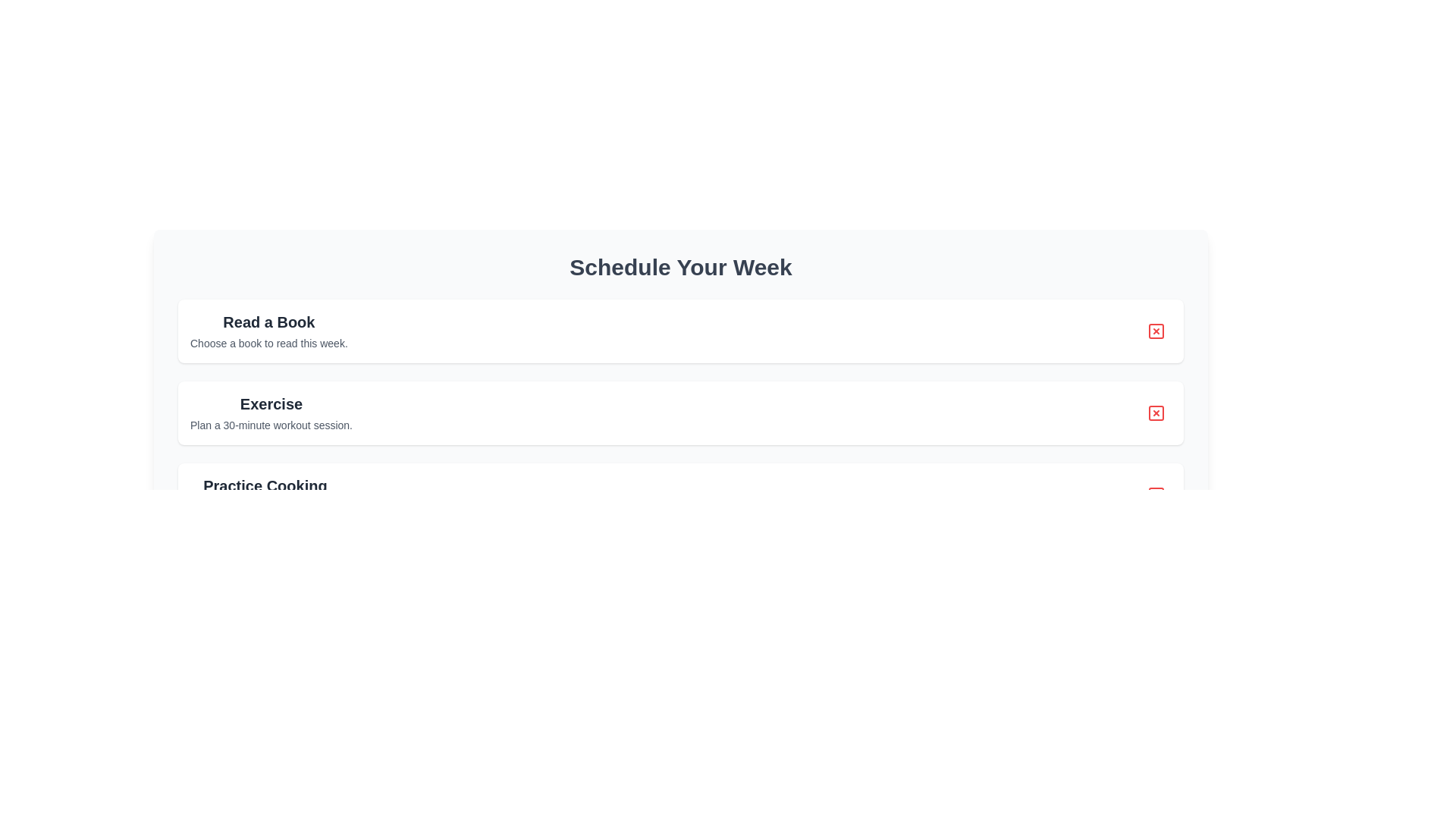 This screenshot has height=819, width=1456. I want to click on the delete button located to the far right of the first task item in the vertical task list, so click(1156, 330).